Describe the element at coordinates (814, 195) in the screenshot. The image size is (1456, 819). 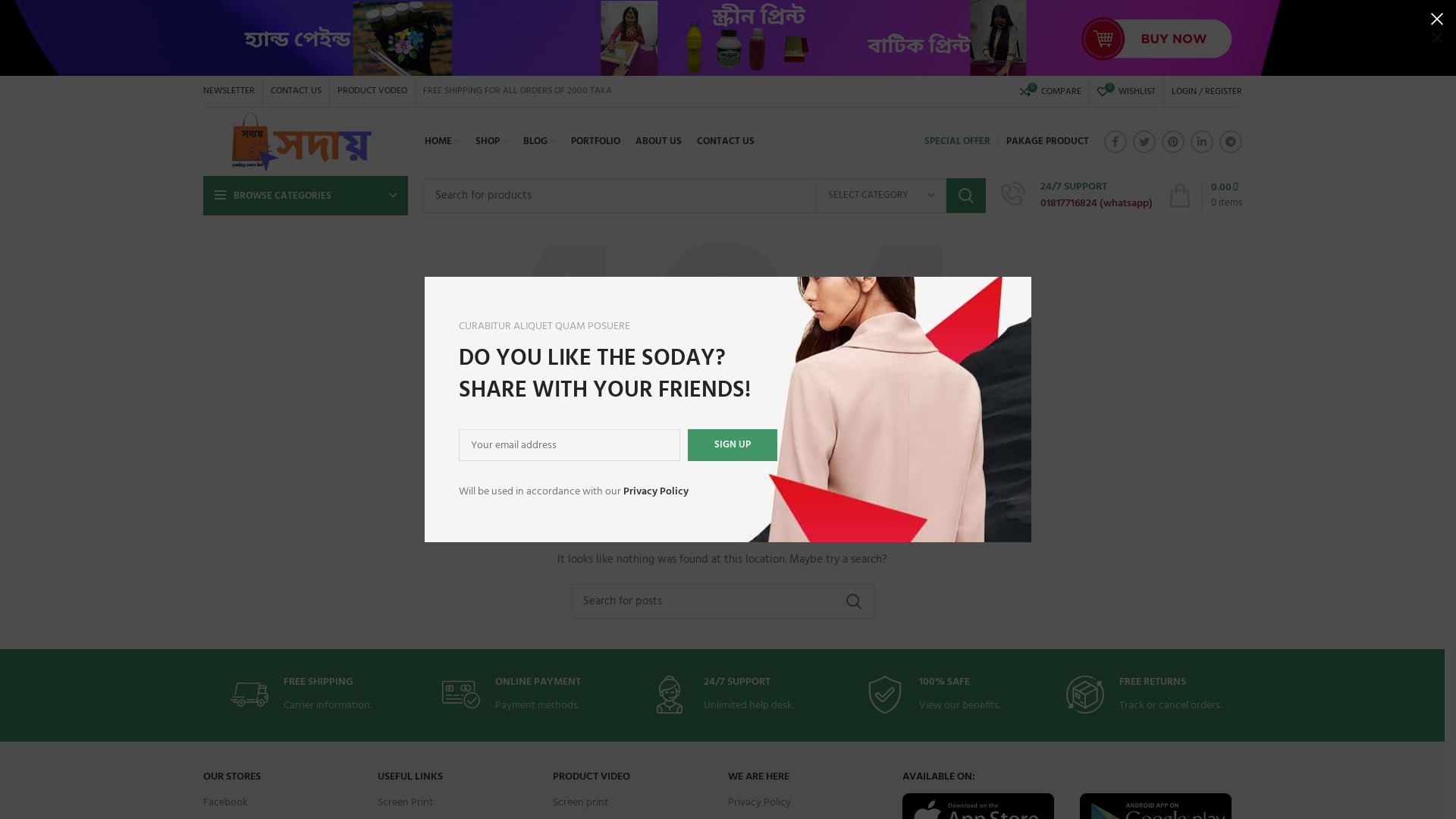
I see `'SELECT CATEGORY'` at that location.